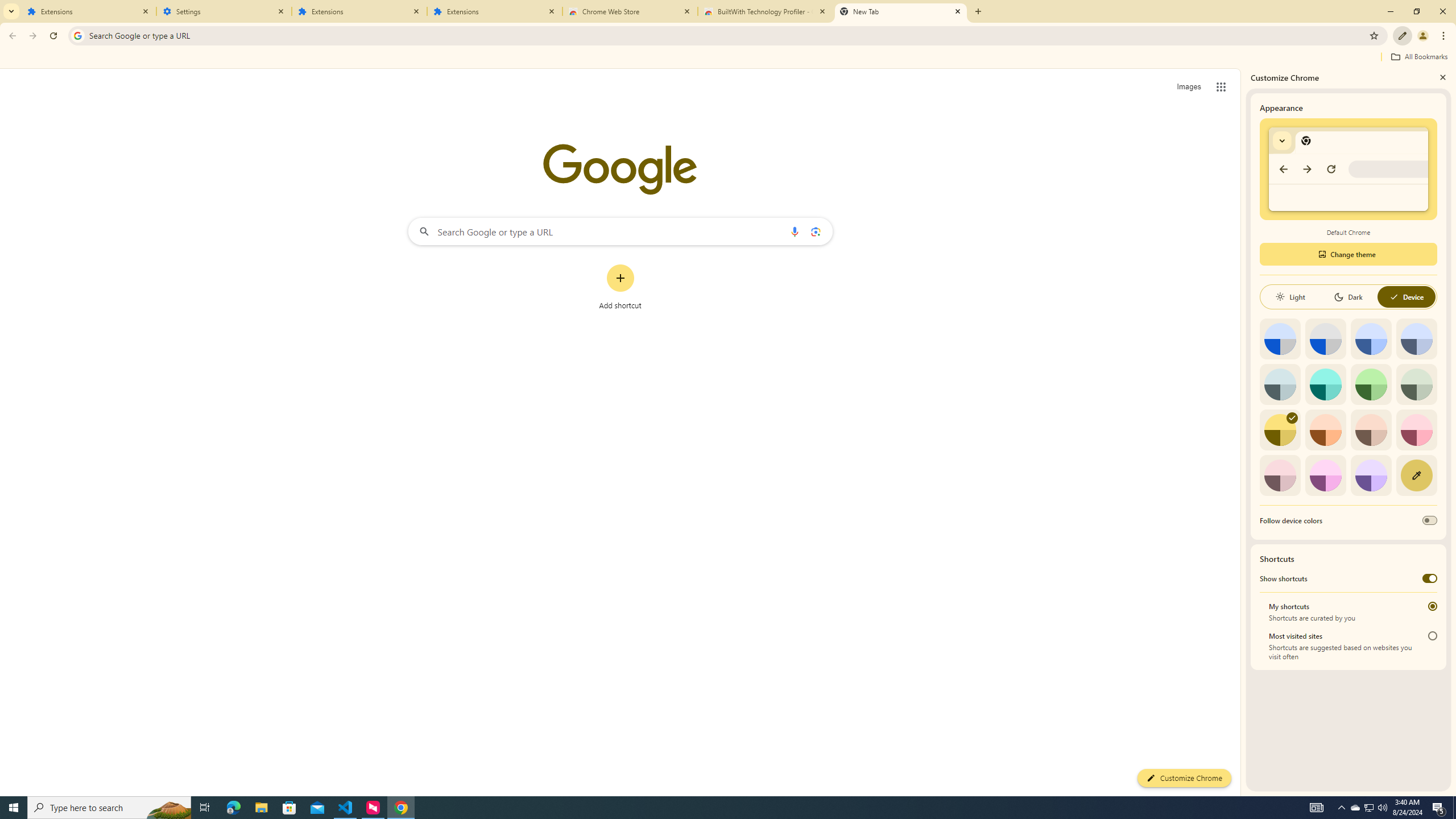 This screenshot has width=1456, height=819. Describe the element at coordinates (619, 230) in the screenshot. I see `'Search Google or type a URL'` at that location.